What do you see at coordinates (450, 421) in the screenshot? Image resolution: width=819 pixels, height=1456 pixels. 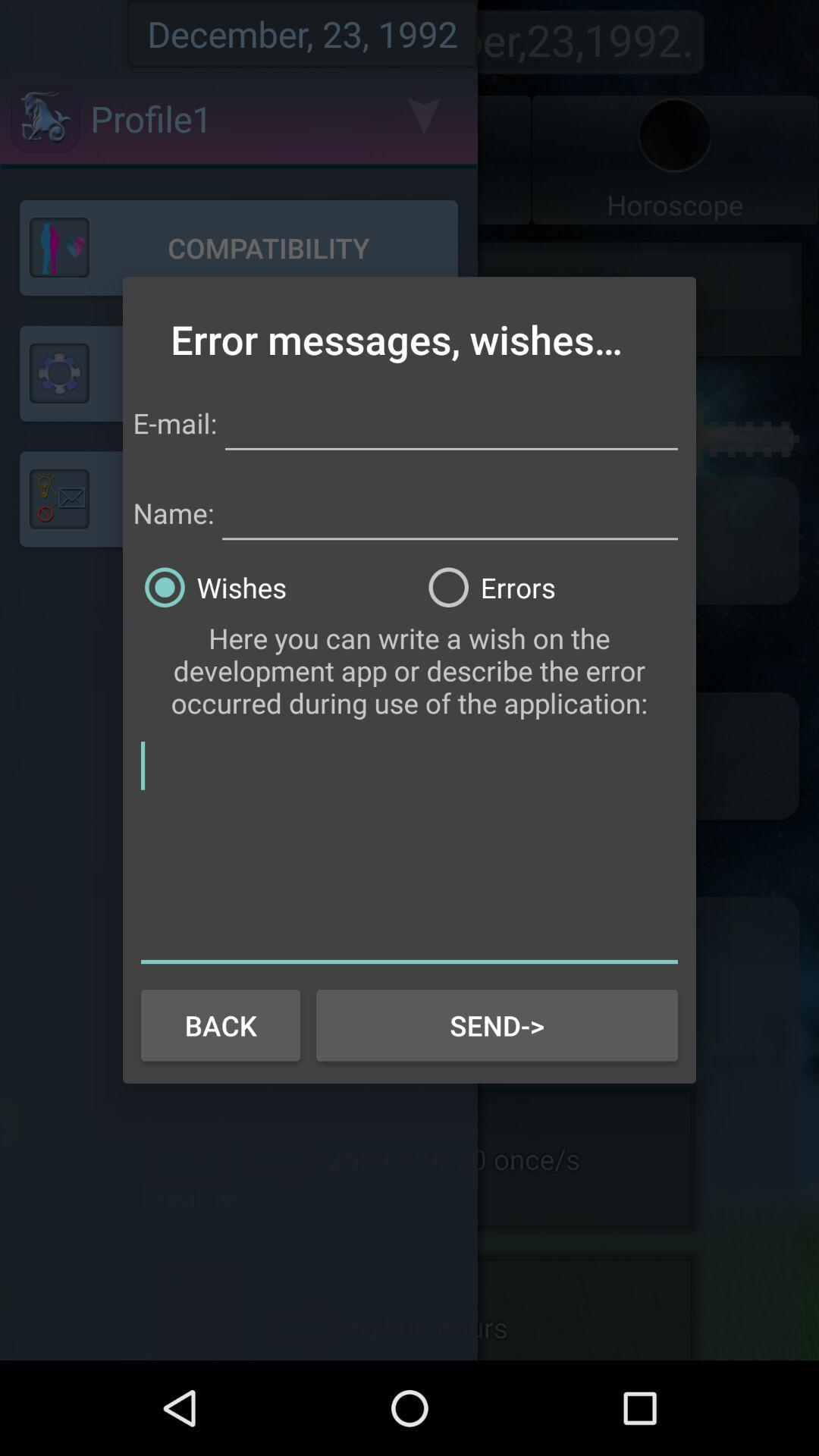 I see `a blank space to put email` at bounding box center [450, 421].